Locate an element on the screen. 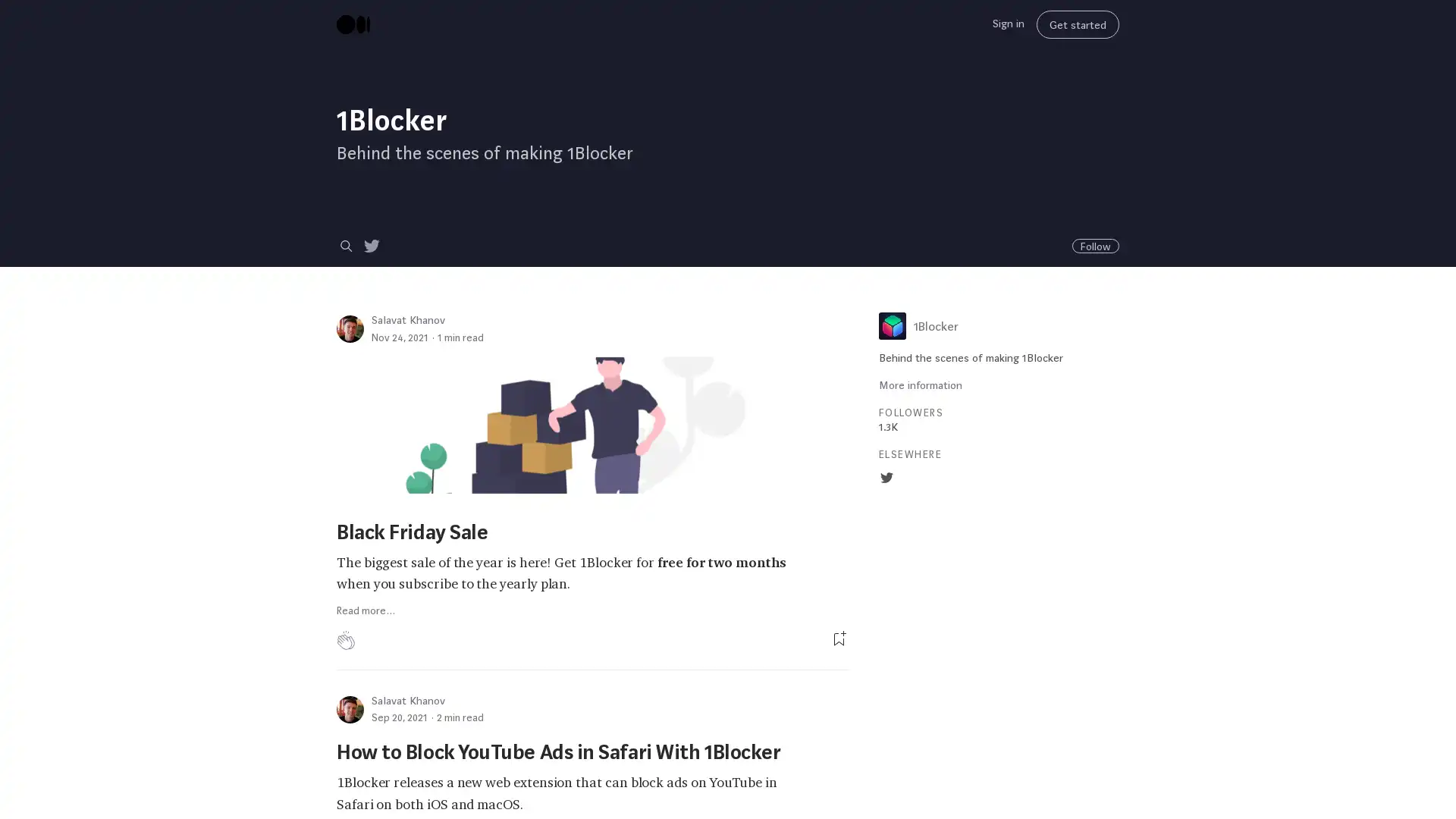  Clap is located at coordinates (345, 640).